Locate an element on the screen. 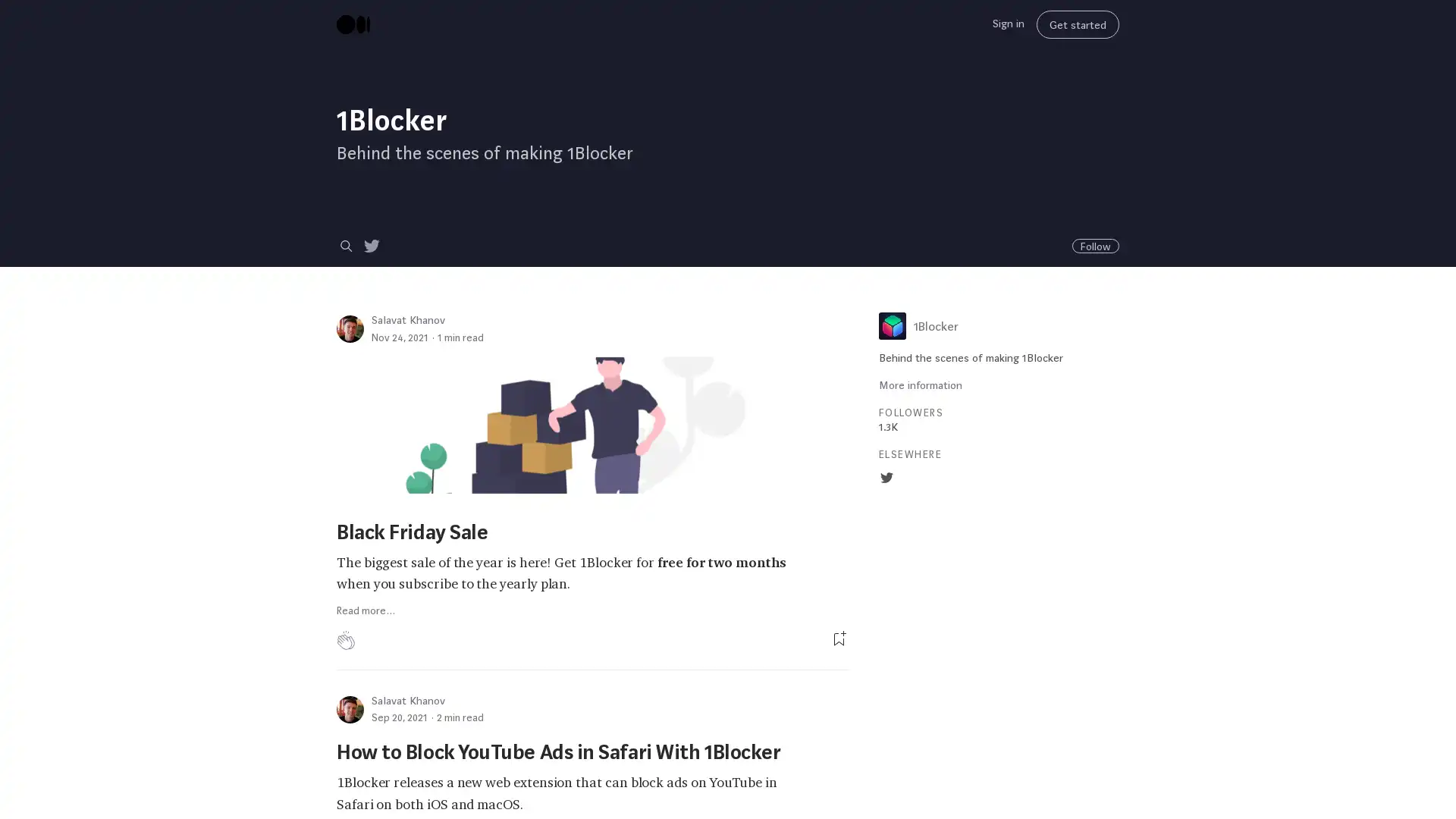  Clap is located at coordinates (345, 640).